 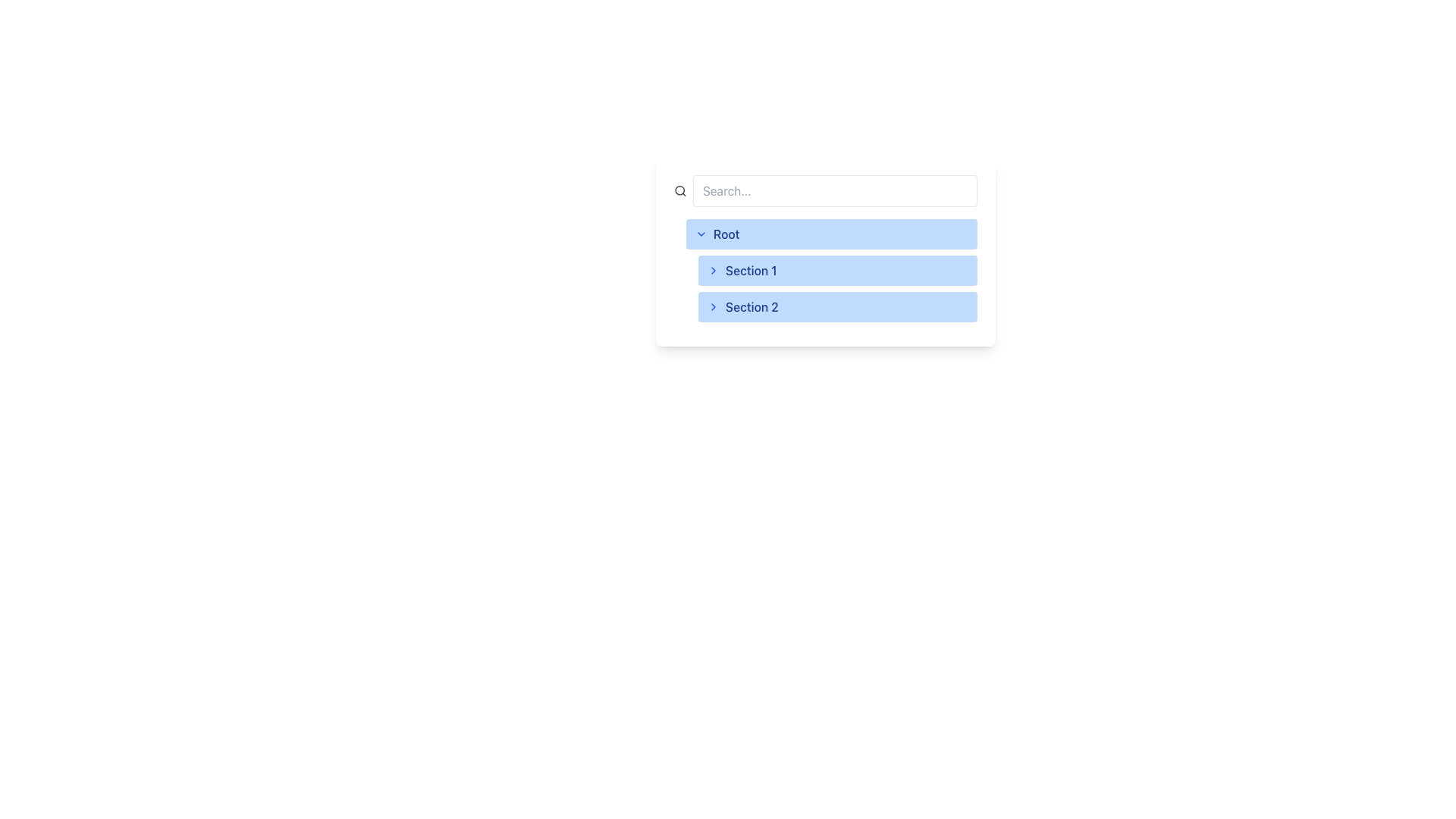 I want to click on the Chevron icon next to 'Section 1', so click(x=712, y=270).